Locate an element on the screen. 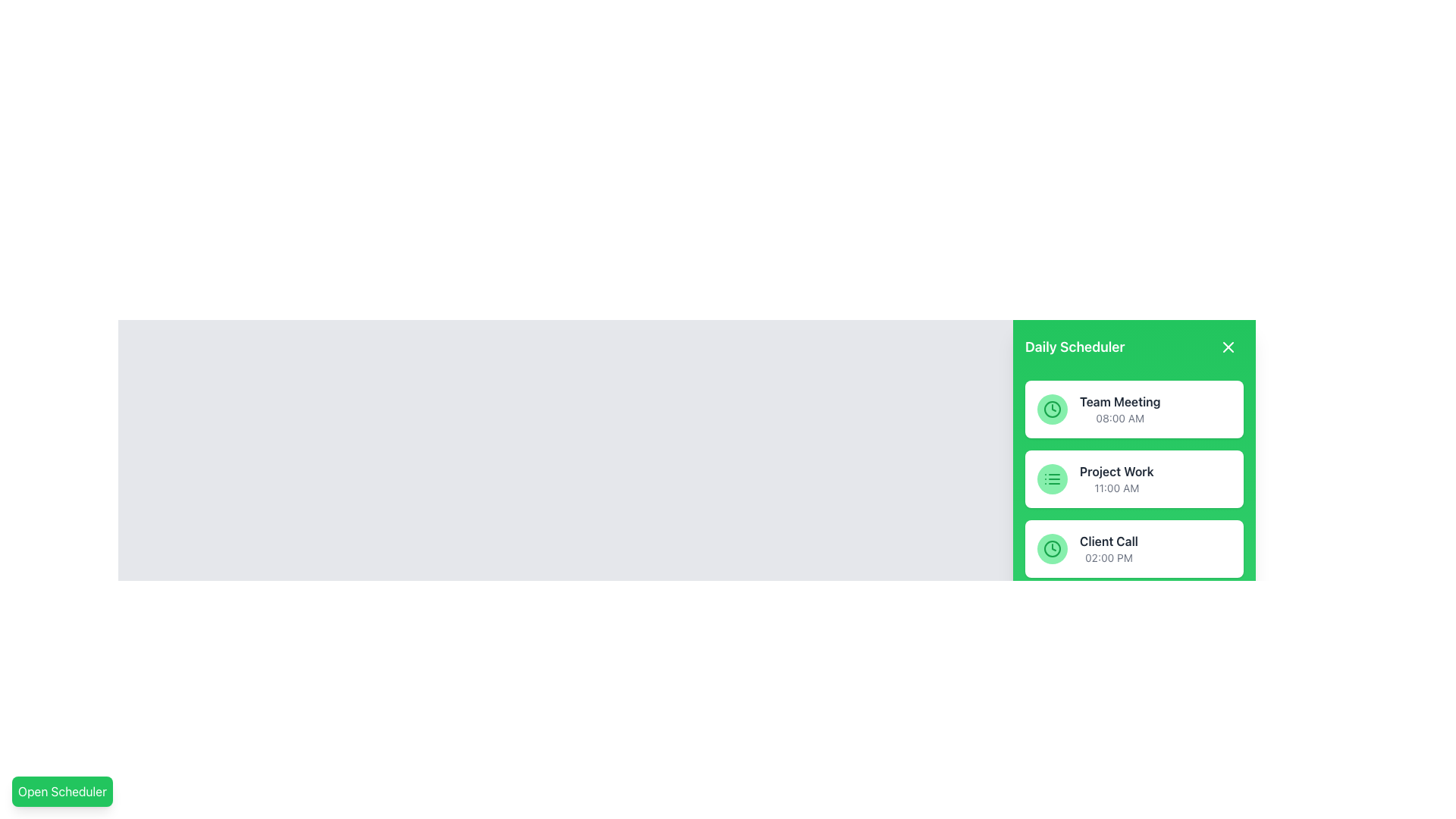 This screenshot has width=1456, height=819. the 'Client Call' text label, which is styled in bold gray color and located in the green sidebar under the 'Daily Scheduler' section, above the timestamp '02:00 PM' is located at coordinates (1109, 540).